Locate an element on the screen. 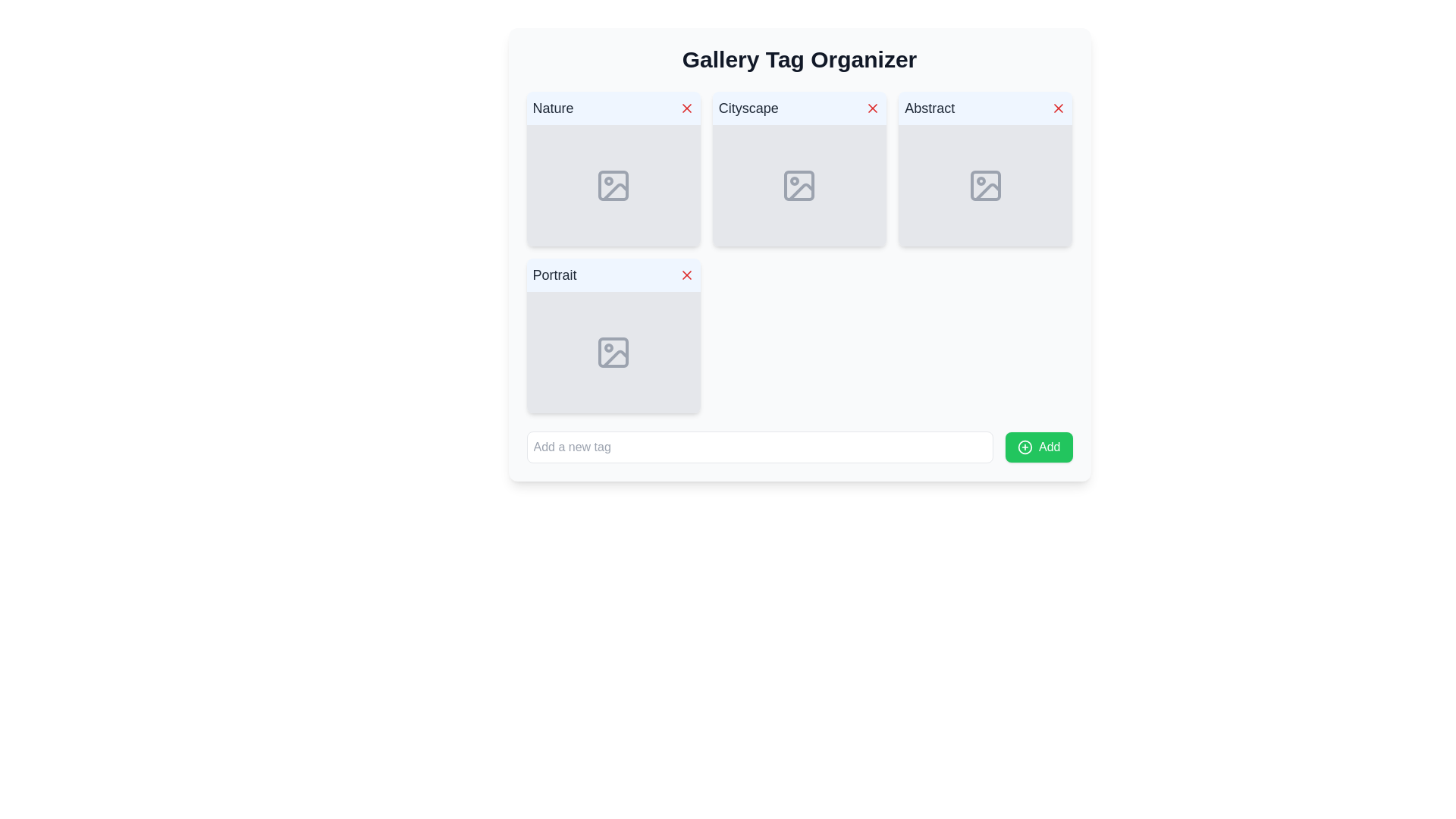  text label located in the top-right corner of the third gallery module, which is part of a light blue header bar and serves as a descriptive label for the gallery section is located at coordinates (929, 107).